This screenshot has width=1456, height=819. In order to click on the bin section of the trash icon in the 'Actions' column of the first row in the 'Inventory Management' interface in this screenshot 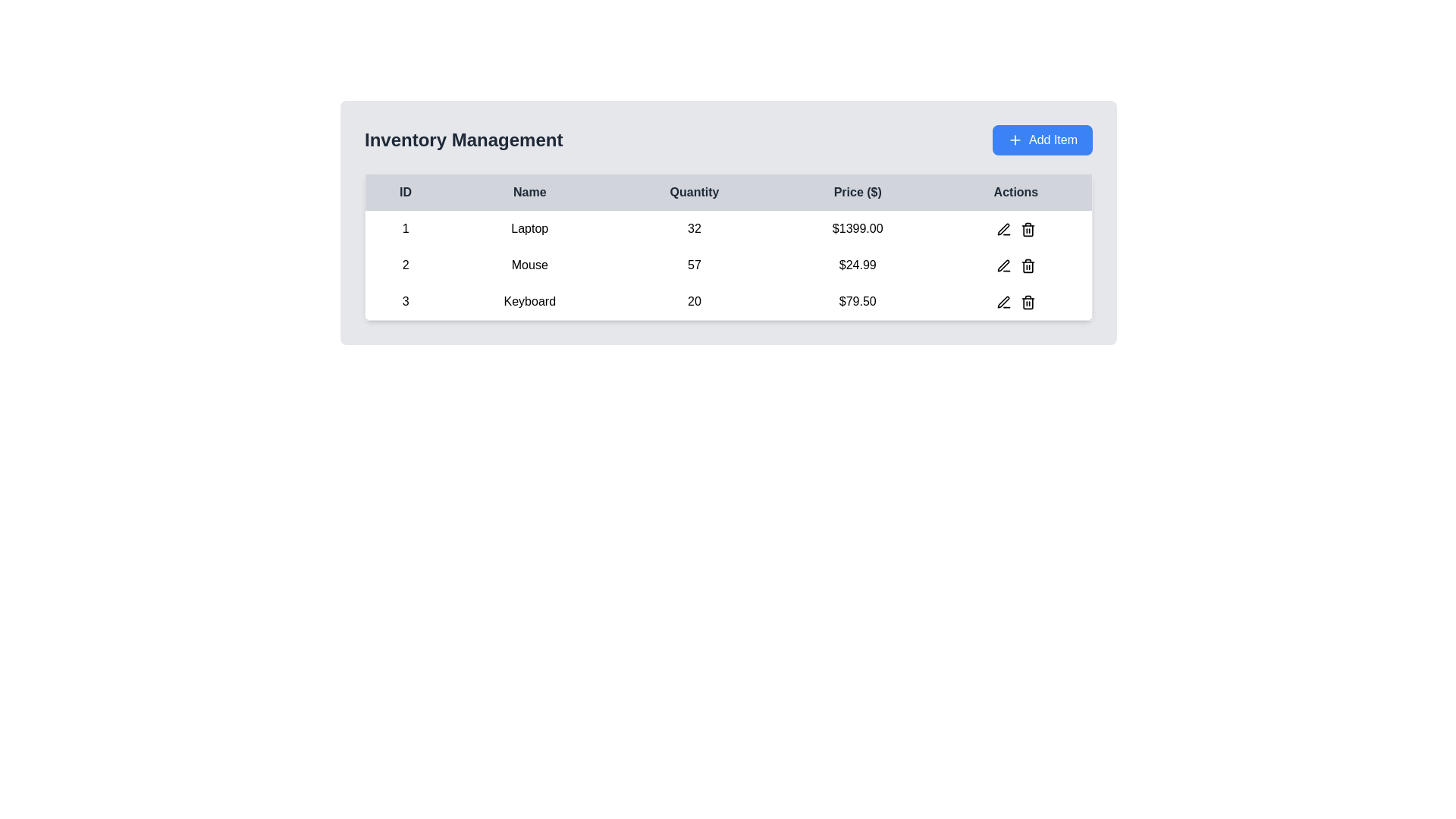, I will do `click(1028, 231)`.